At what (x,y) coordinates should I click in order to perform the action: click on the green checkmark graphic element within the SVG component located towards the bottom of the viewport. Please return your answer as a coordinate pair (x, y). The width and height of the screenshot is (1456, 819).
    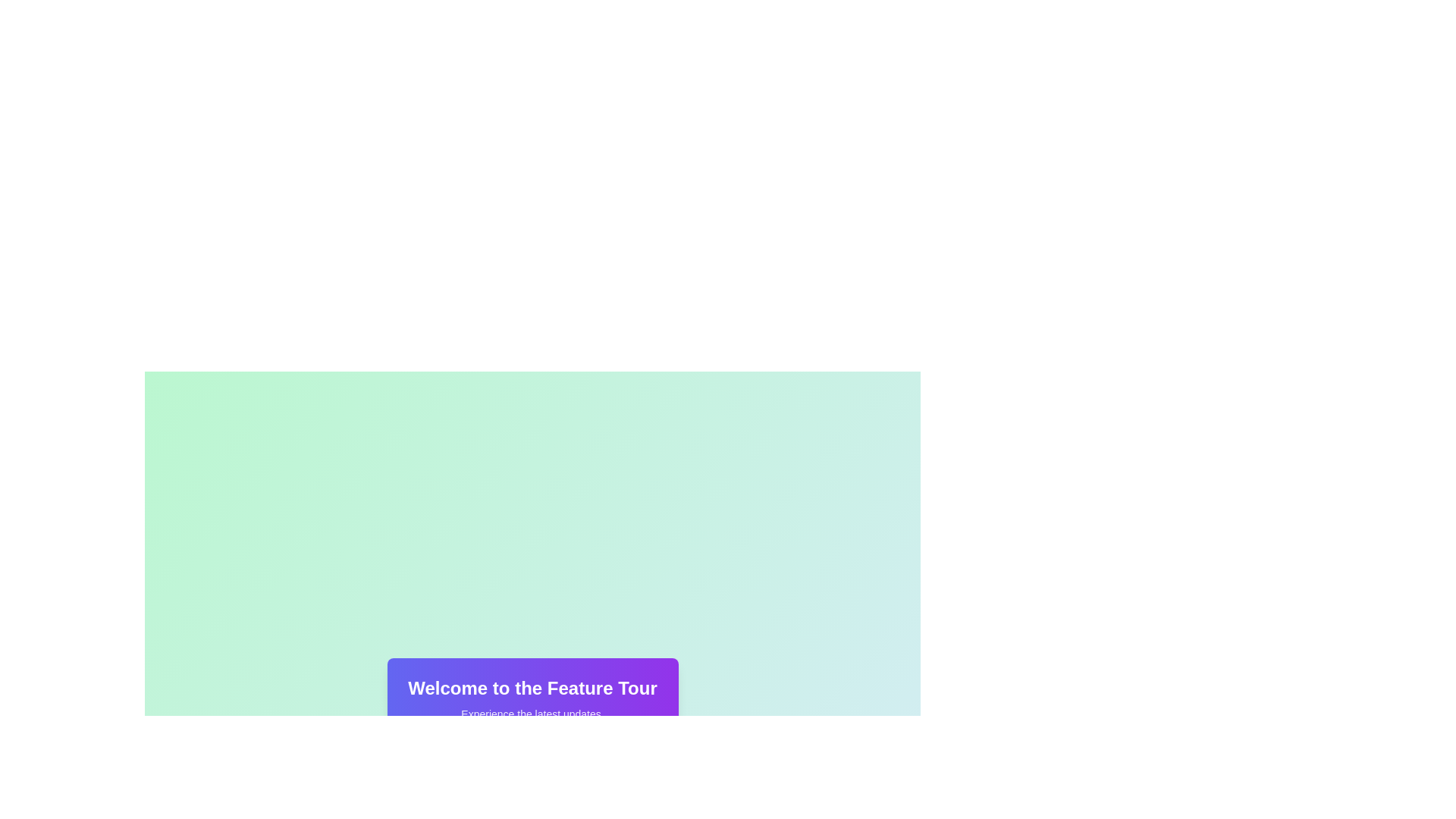
    Looking at the image, I should click on (417, 812).